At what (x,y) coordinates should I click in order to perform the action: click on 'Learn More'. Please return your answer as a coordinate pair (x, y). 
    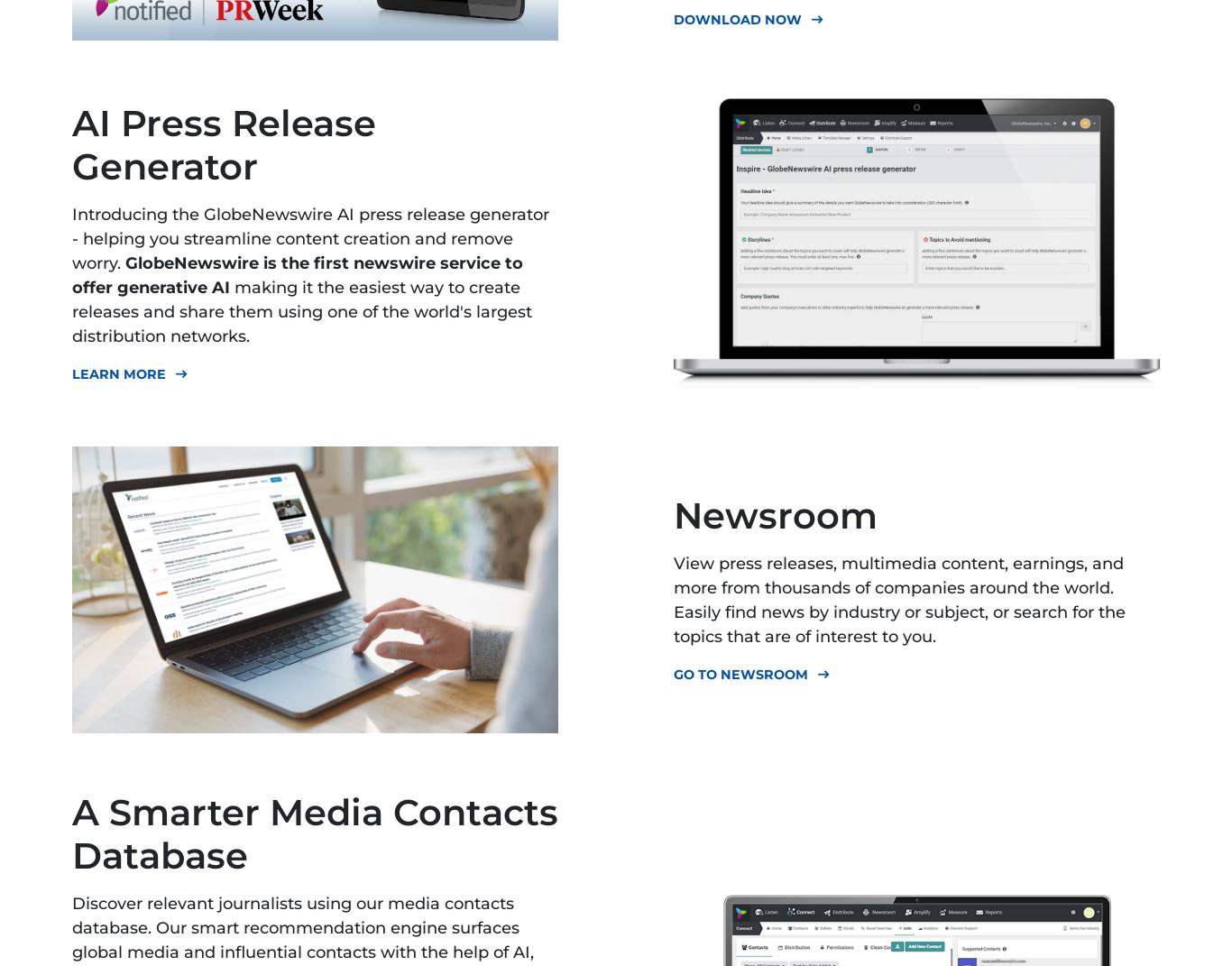
    Looking at the image, I should click on (117, 374).